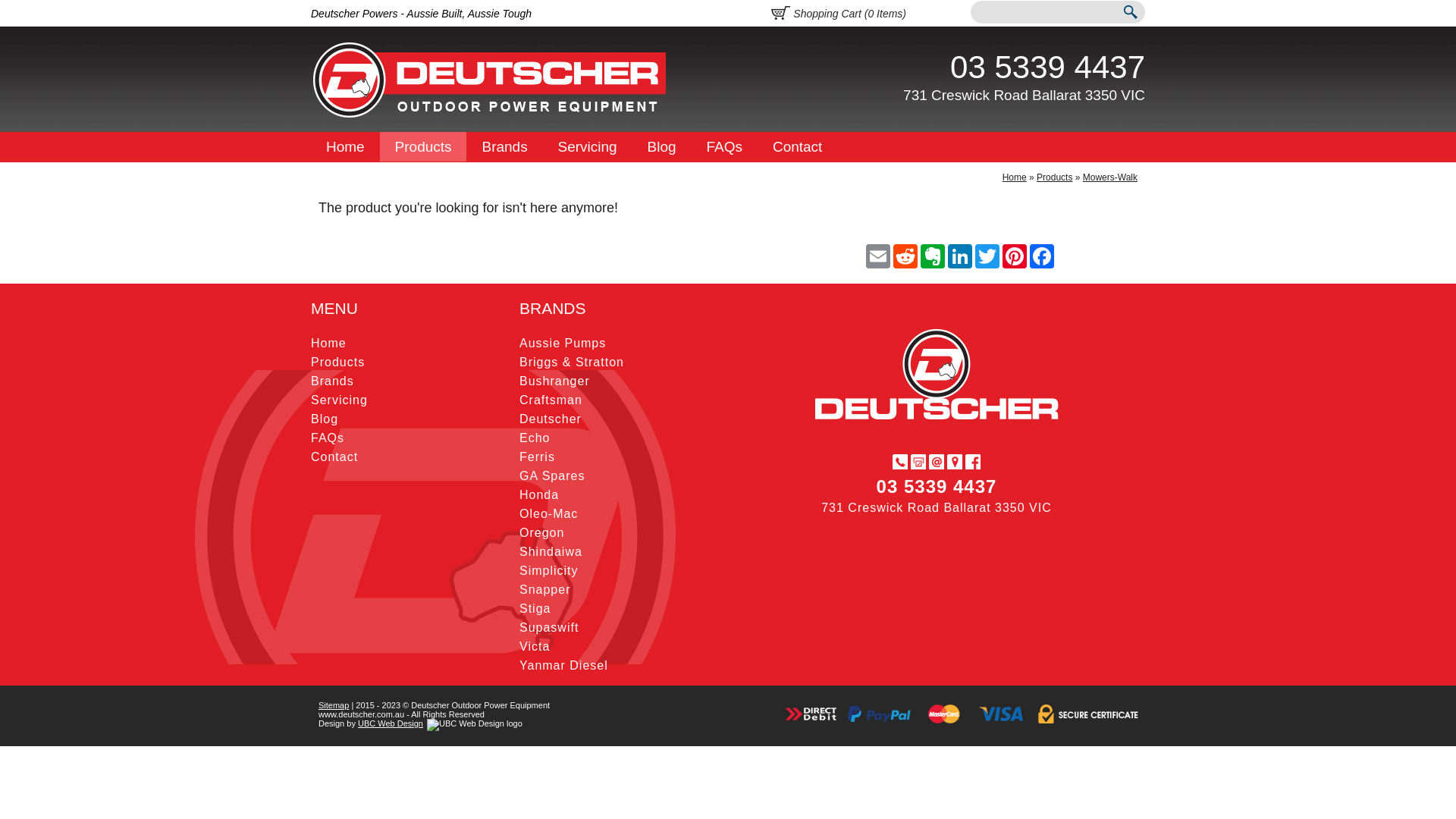 This screenshot has height=819, width=1456. I want to click on 'GA Spares', so click(551, 475).